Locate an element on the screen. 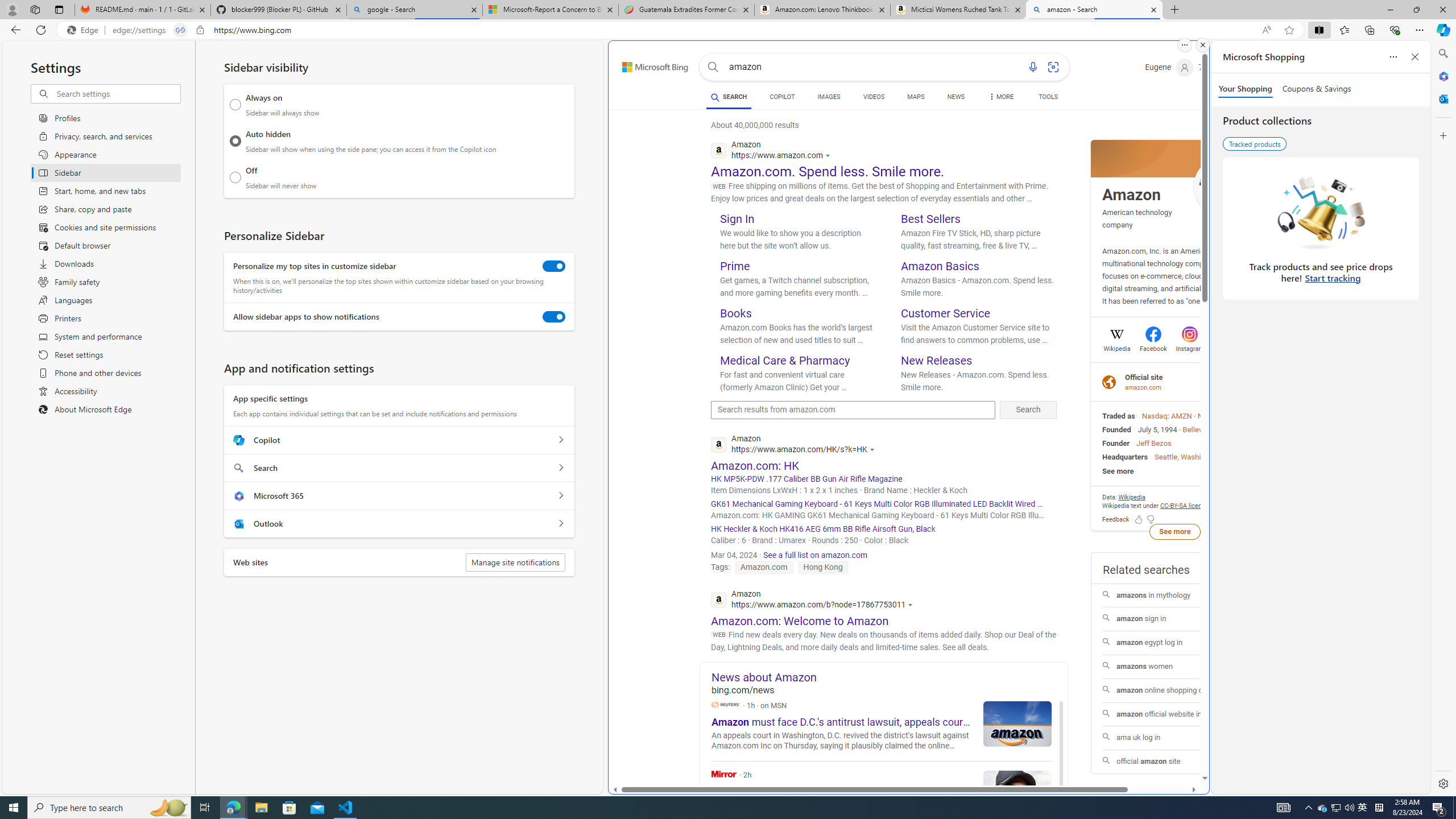 The height and width of the screenshot is (819, 1456). 'Wikipedia' is located at coordinates (1116, 347).